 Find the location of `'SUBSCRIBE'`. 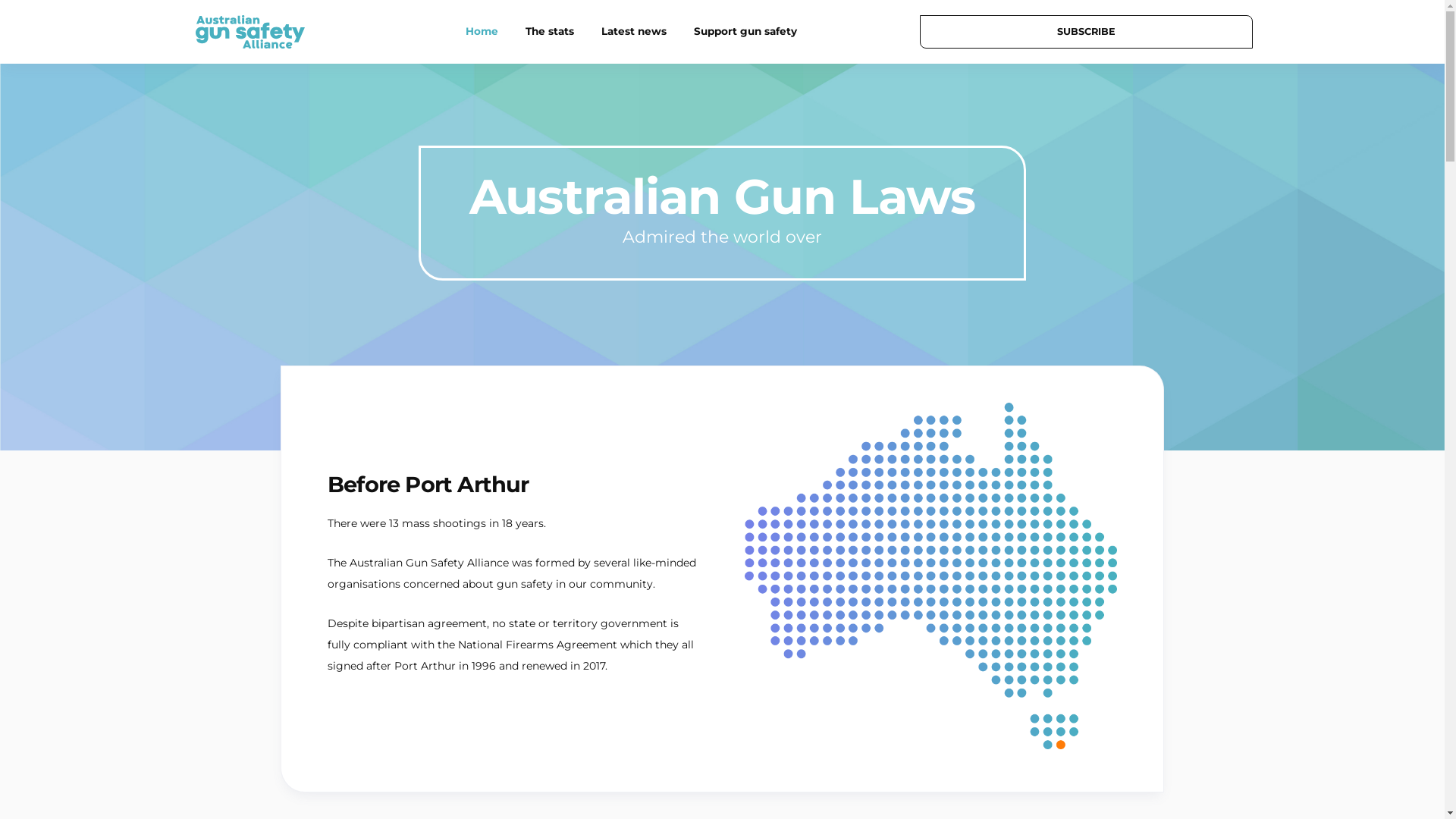

'SUBSCRIBE' is located at coordinates (1085, 32).